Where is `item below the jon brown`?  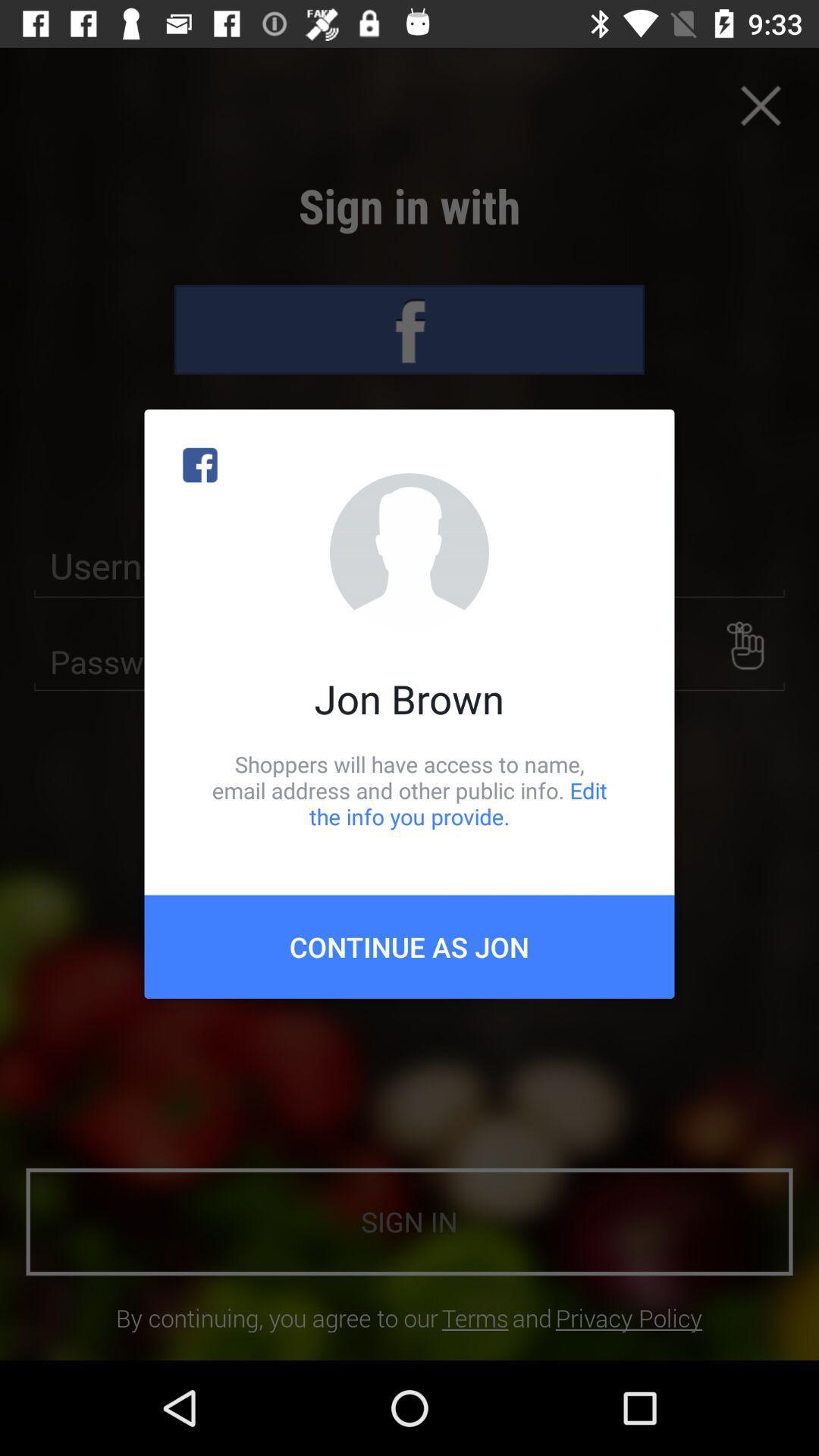 item below the jon brown is located at coordinates (409, 789).